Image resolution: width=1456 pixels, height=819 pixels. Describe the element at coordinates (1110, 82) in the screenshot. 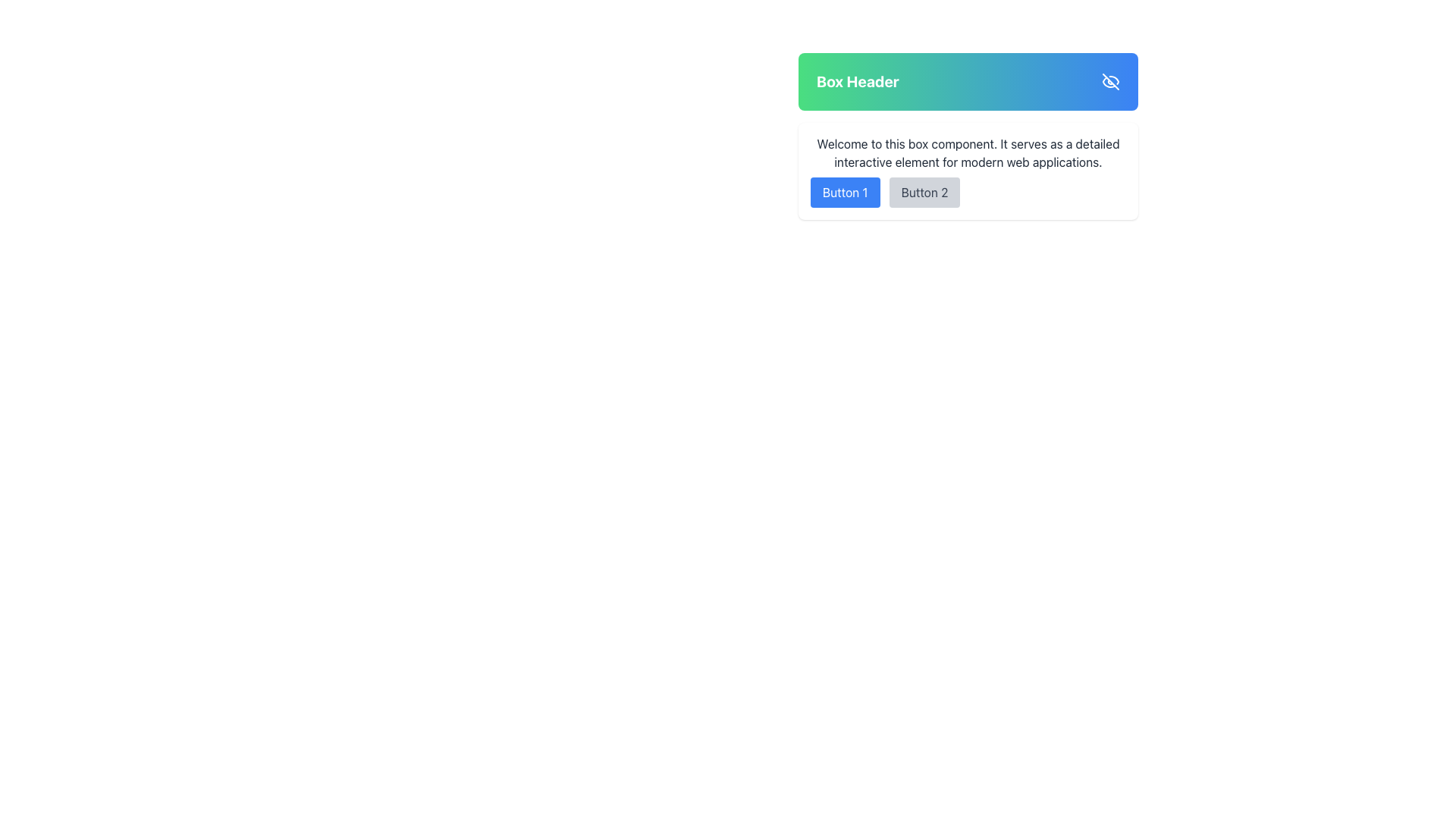

I see `the 'visibility off' icon button, which is an eye with a slashing line located in the top-right corner of the 'Box Header' gradient-colored header` at that location.